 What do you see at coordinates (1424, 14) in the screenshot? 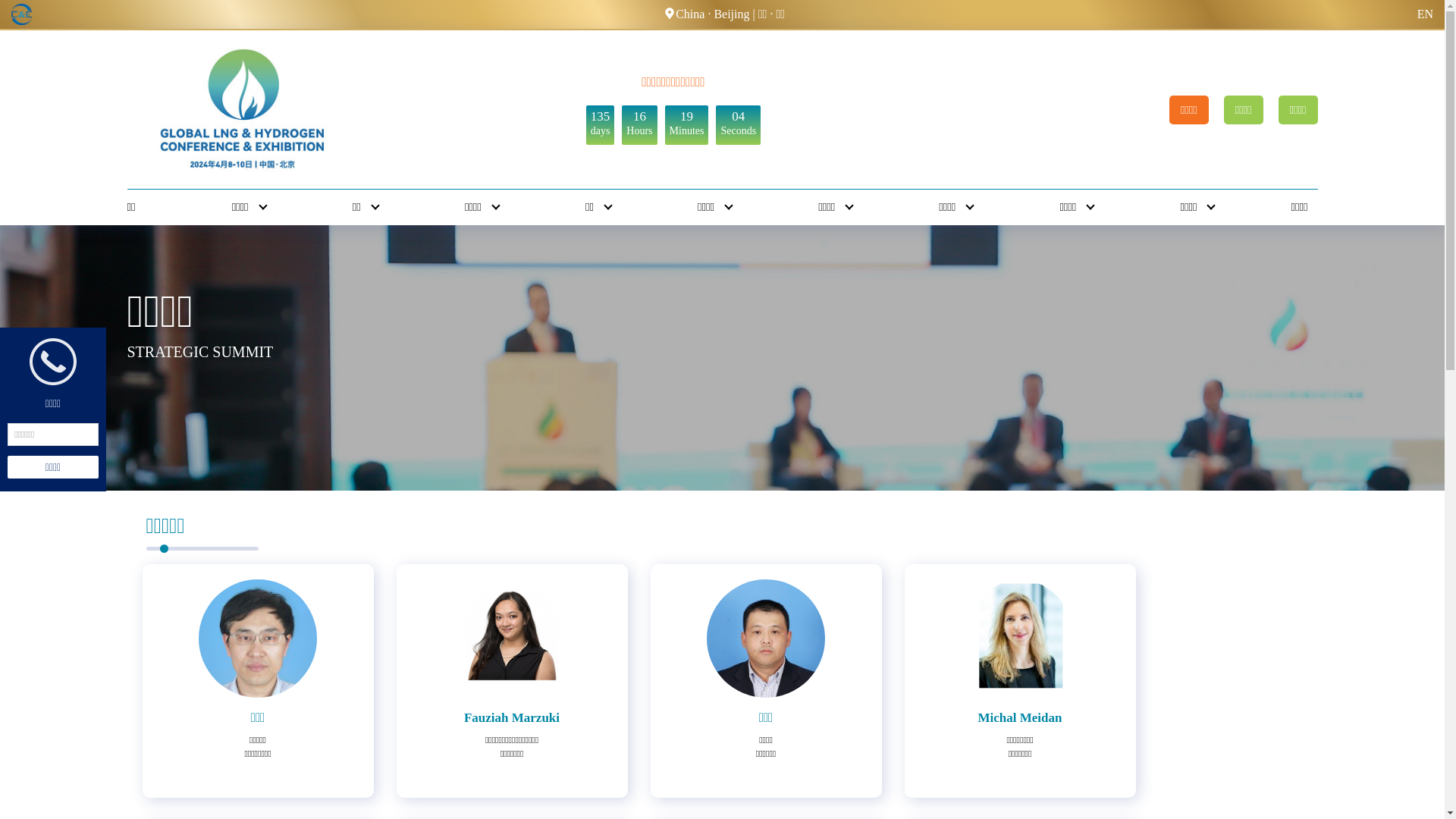
I see `'EN'` at bounding box center [1424, 14].